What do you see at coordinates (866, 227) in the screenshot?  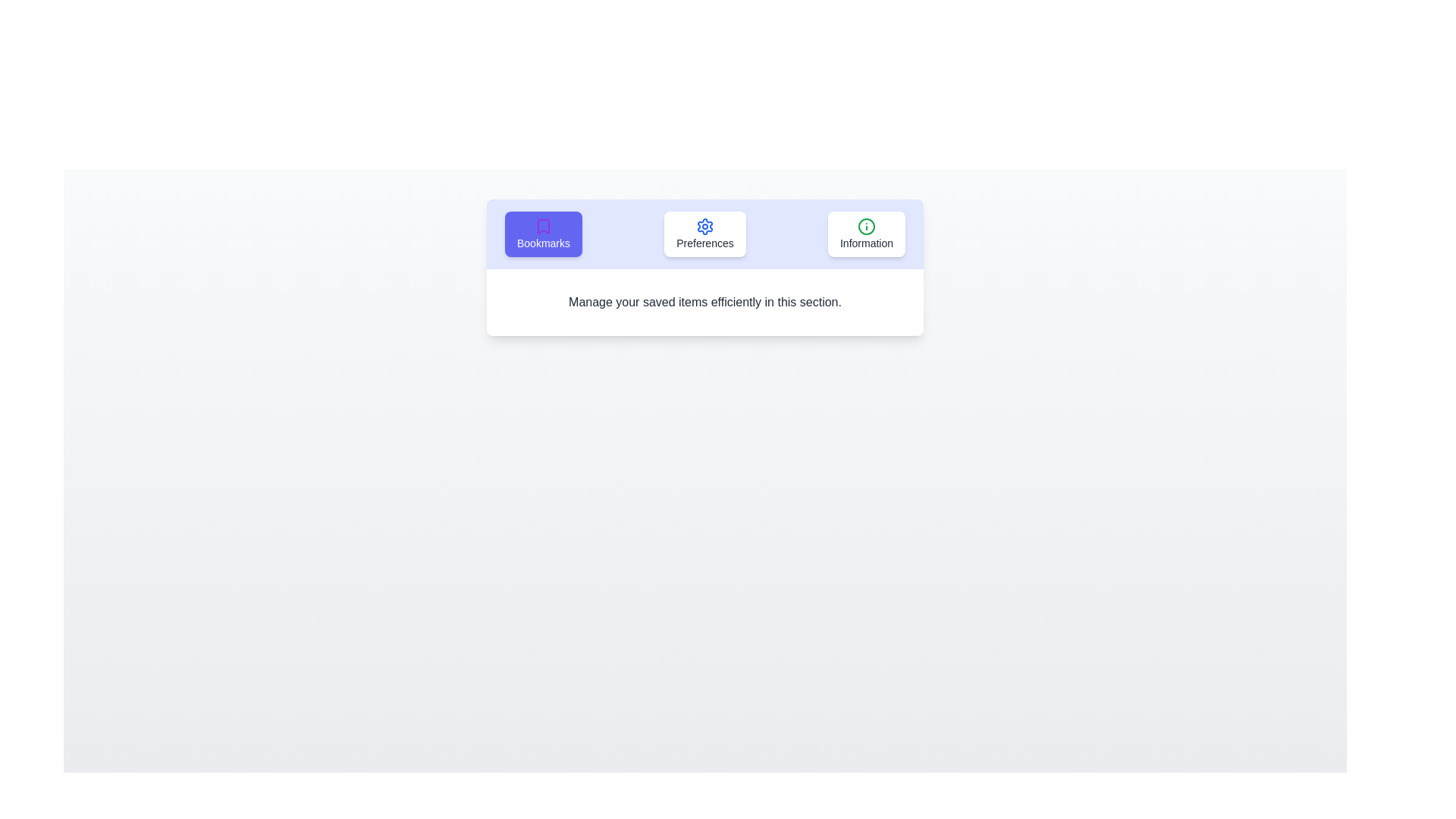 I see `the icon of the Information tab` at bounding box center [866, 227].